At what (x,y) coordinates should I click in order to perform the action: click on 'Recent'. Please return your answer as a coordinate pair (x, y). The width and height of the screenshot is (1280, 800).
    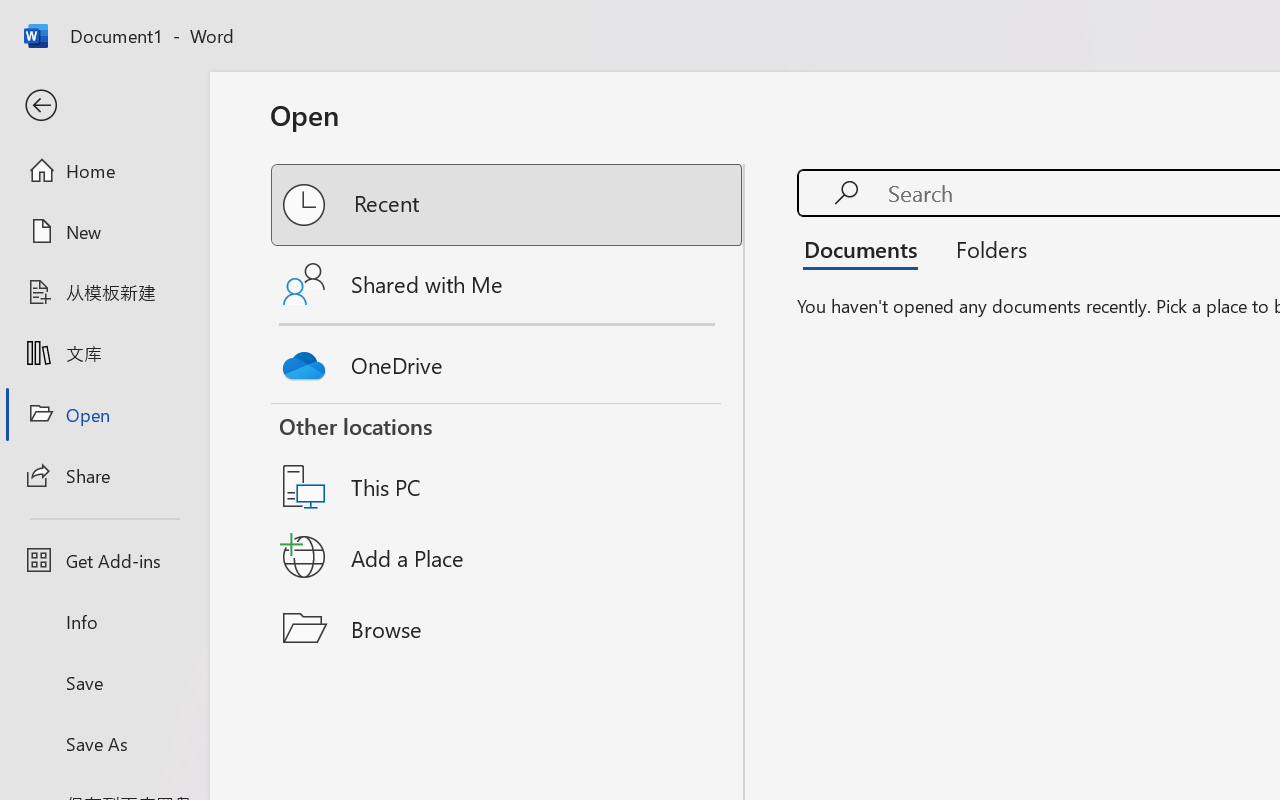
    Looking at the image, I should click on (508, 205).